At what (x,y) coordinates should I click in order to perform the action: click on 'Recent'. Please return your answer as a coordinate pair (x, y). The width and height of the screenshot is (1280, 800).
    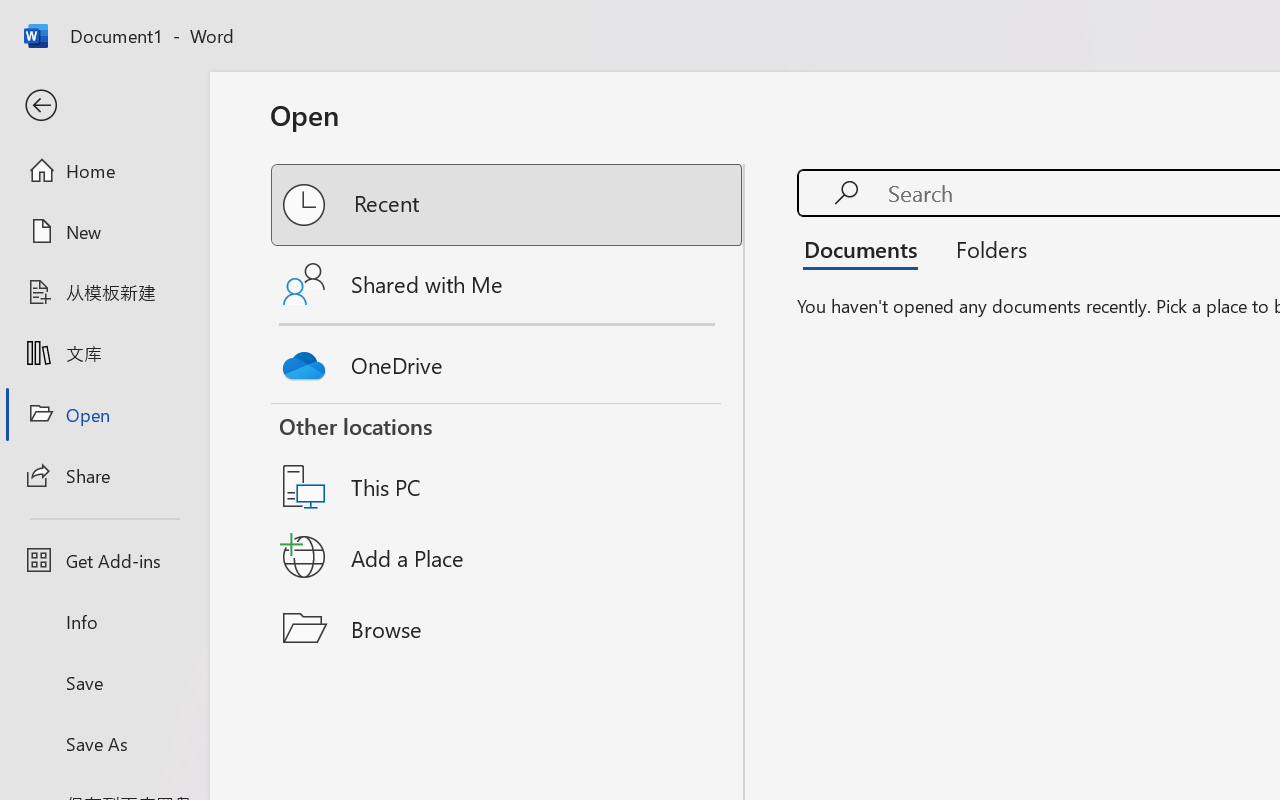
    Looking at the image, I should click on (508, 205).